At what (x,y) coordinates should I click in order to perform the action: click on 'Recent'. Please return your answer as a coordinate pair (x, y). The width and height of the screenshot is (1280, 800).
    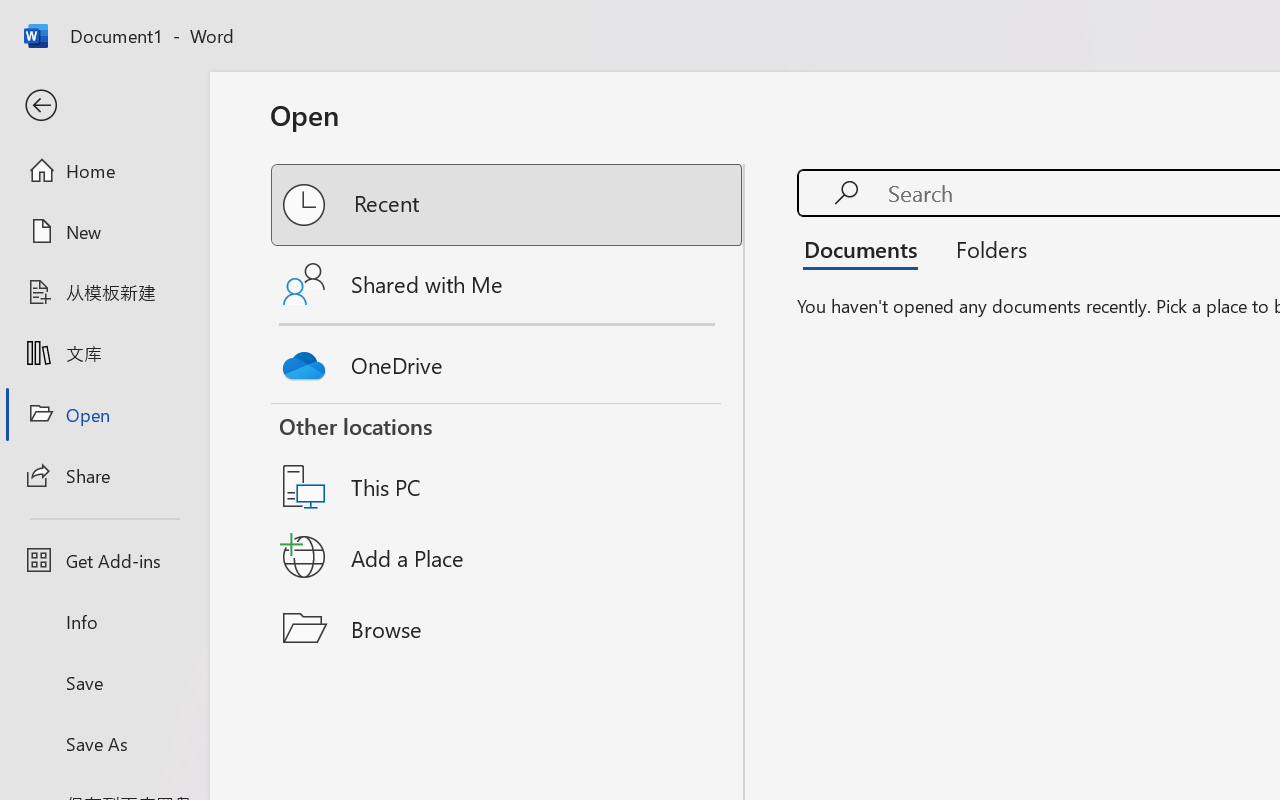
    Looking at the image, I should click on (508, 205).